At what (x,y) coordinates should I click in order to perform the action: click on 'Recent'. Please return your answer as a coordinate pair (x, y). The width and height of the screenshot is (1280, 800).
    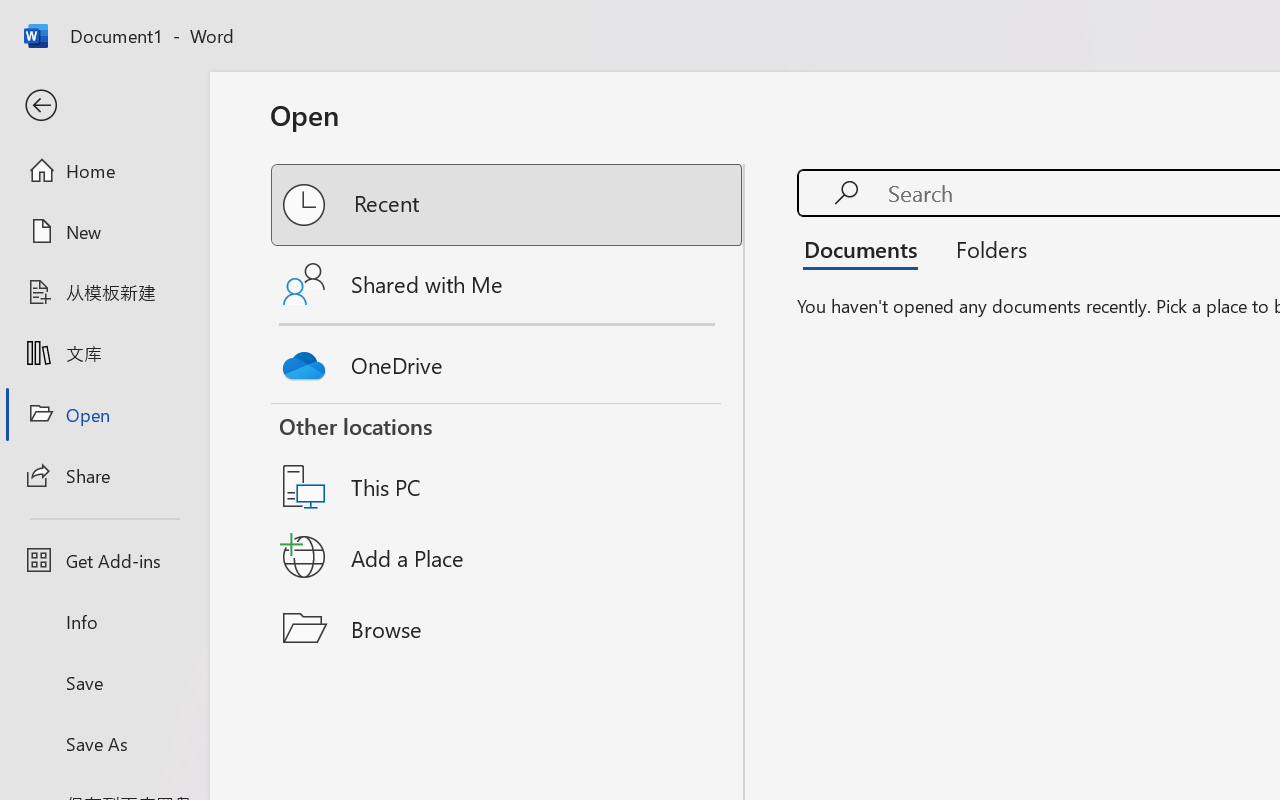
    Looking at the image, I should click on (508, 205).